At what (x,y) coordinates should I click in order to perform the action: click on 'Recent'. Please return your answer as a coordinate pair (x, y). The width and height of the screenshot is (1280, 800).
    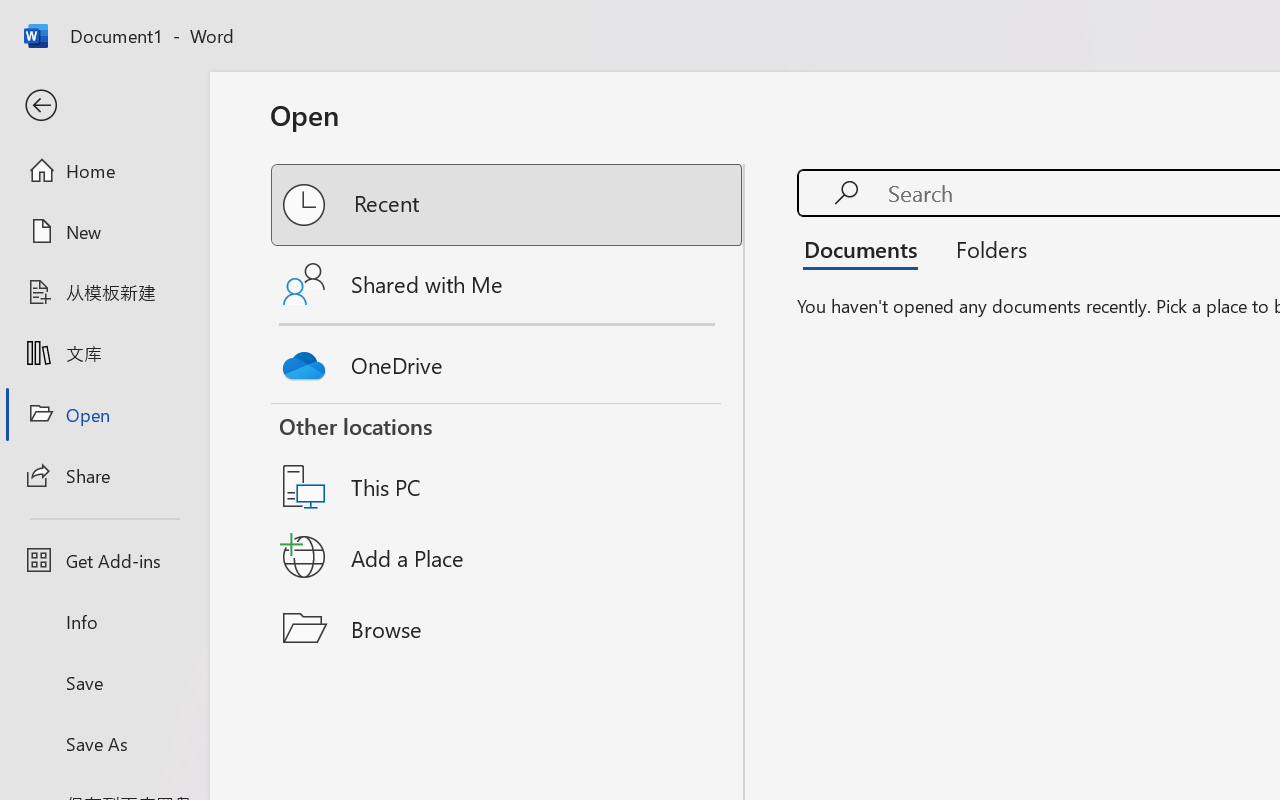
    Looking at the image, I should click on (508, 205).